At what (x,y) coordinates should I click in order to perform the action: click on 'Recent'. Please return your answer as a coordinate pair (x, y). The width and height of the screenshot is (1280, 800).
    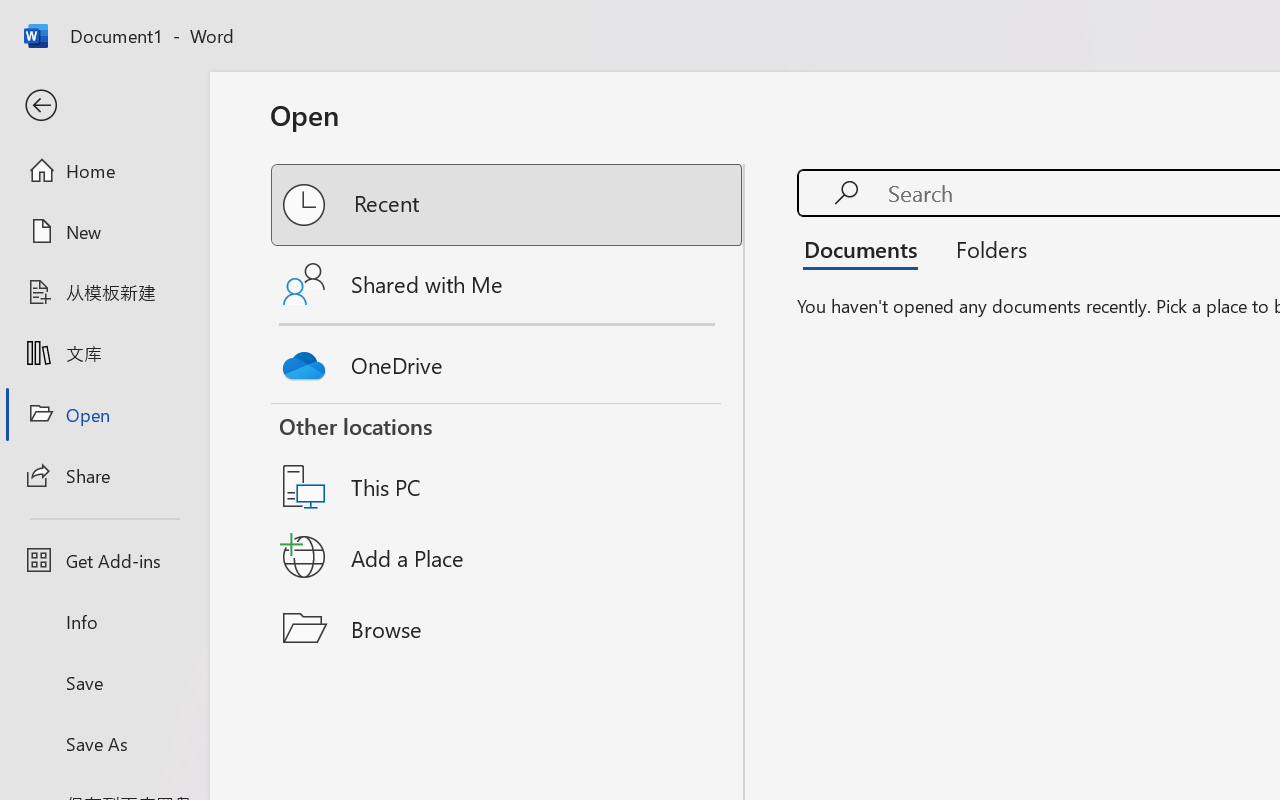
    Looking at the image, I should click on (508, 205).